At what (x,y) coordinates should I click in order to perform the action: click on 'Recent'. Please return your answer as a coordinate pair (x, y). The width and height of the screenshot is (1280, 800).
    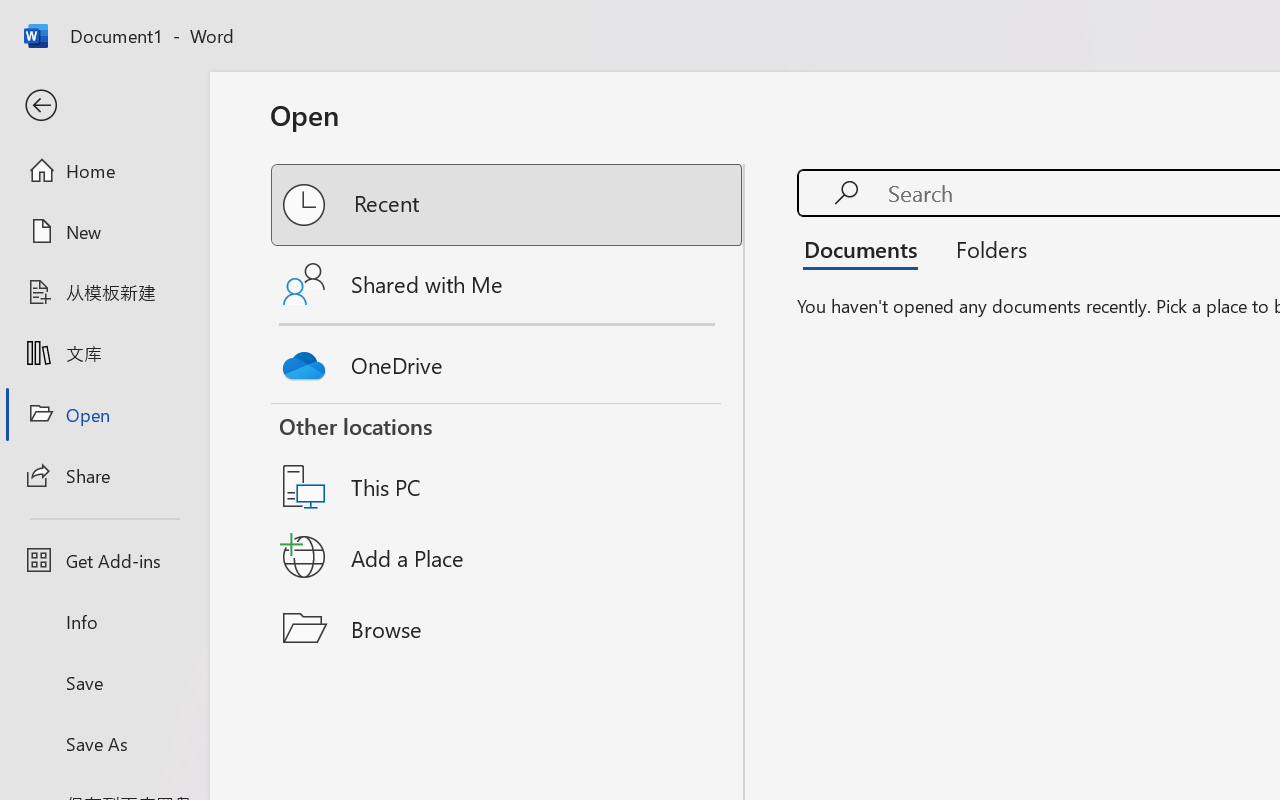
    Looking at the image, I should click on (508, 205).